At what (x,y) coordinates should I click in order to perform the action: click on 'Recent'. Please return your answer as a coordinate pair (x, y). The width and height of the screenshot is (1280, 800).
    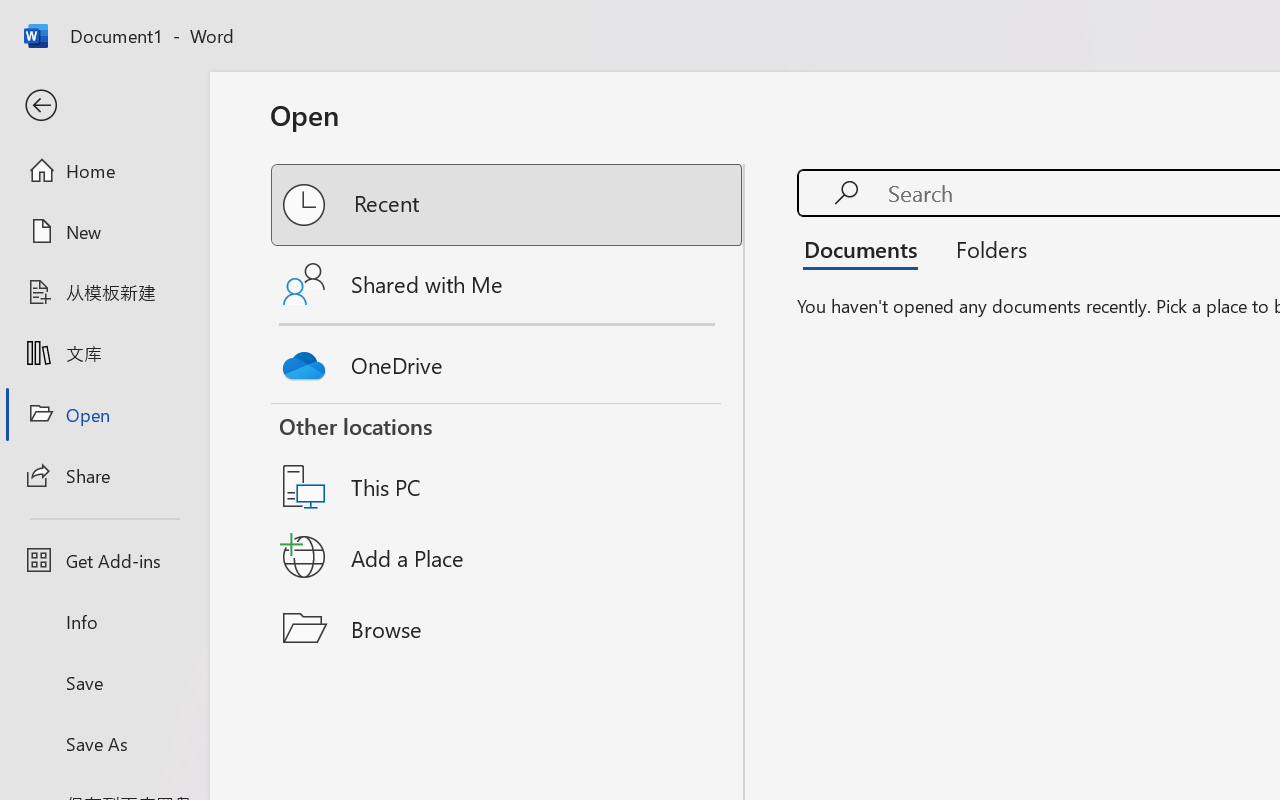
    Looking at the image, I should click on (508, 205).